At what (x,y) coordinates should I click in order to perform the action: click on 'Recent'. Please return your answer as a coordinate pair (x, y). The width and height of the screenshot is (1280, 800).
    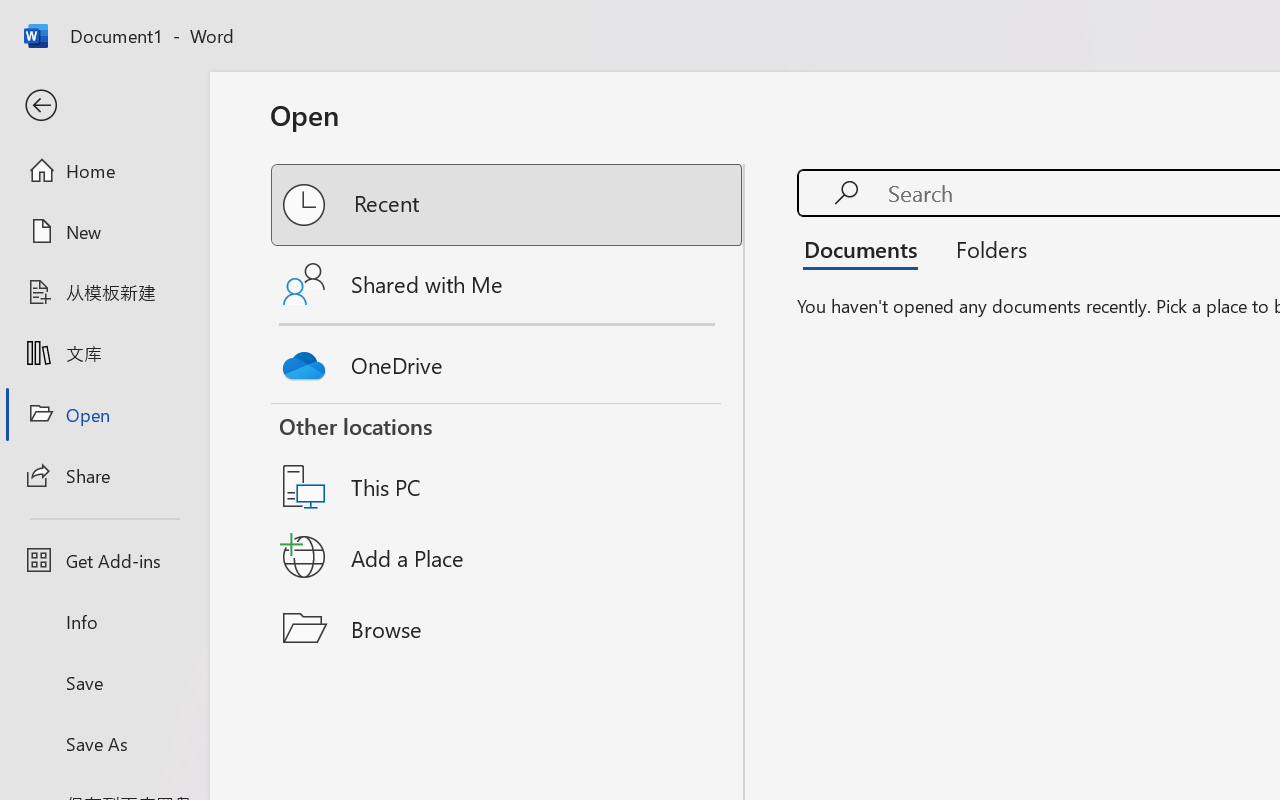
    Looking at the image, I should click on (508, 205).